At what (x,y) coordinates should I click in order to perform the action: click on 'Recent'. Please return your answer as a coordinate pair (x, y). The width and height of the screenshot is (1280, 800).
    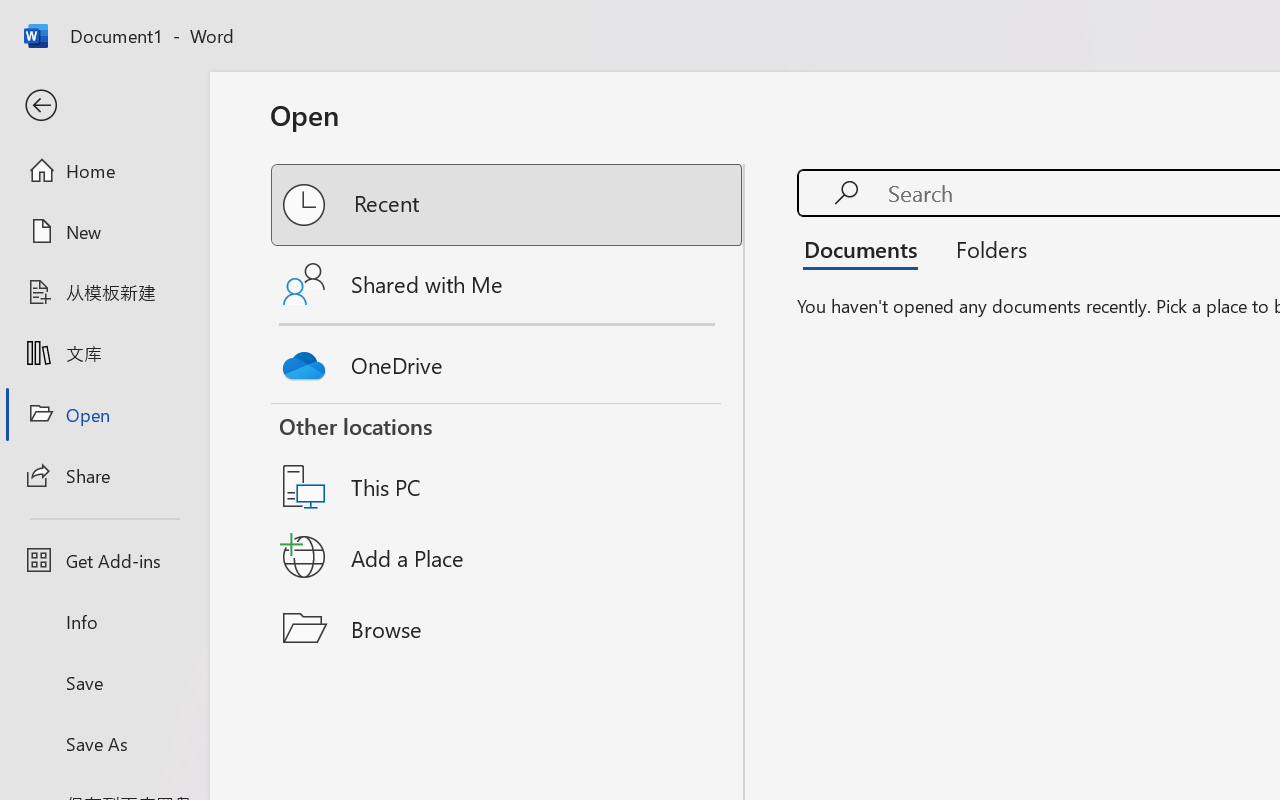
    Looking at the image, I should click on (508, 205).